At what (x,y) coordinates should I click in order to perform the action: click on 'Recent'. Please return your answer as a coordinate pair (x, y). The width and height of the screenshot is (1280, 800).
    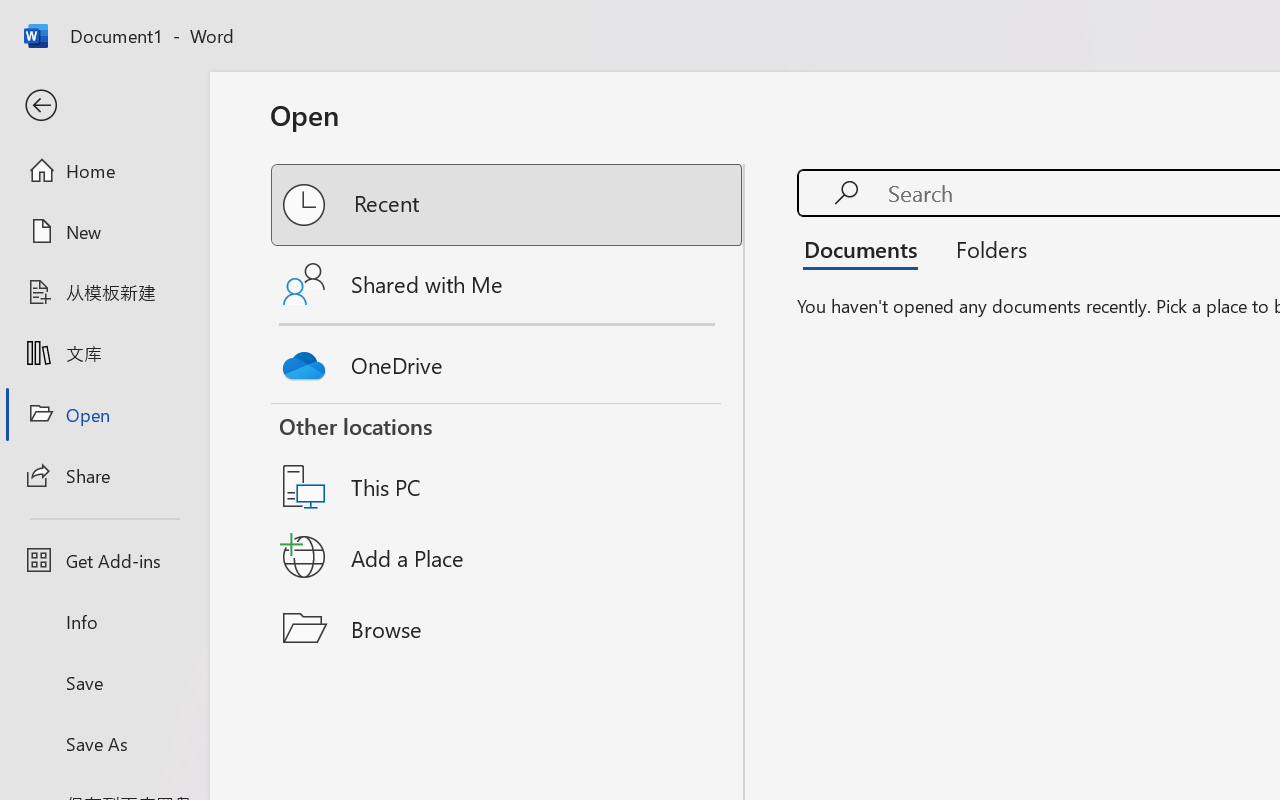
    Looking at the image, I should click on (508, 205).